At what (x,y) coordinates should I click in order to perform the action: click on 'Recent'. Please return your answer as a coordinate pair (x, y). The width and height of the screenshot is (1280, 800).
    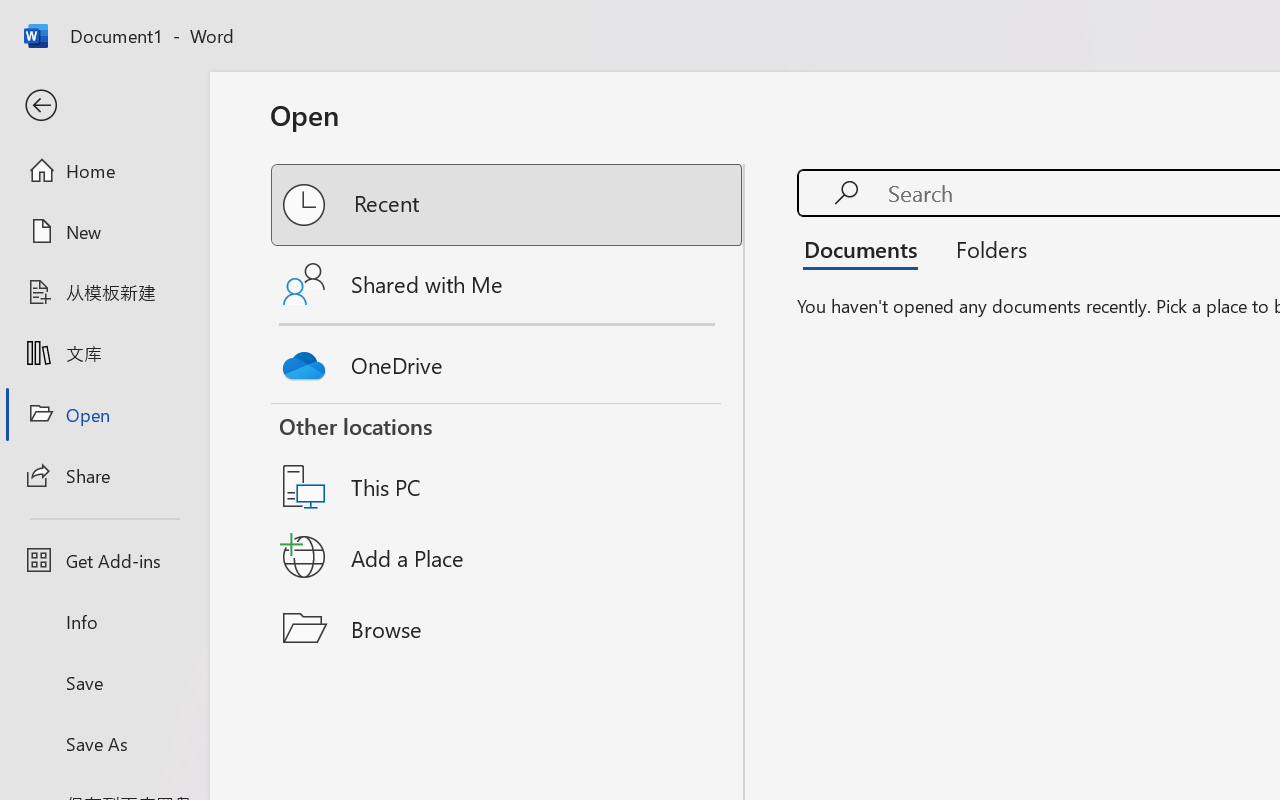
    Looking at the image, I should click on (508, 205).